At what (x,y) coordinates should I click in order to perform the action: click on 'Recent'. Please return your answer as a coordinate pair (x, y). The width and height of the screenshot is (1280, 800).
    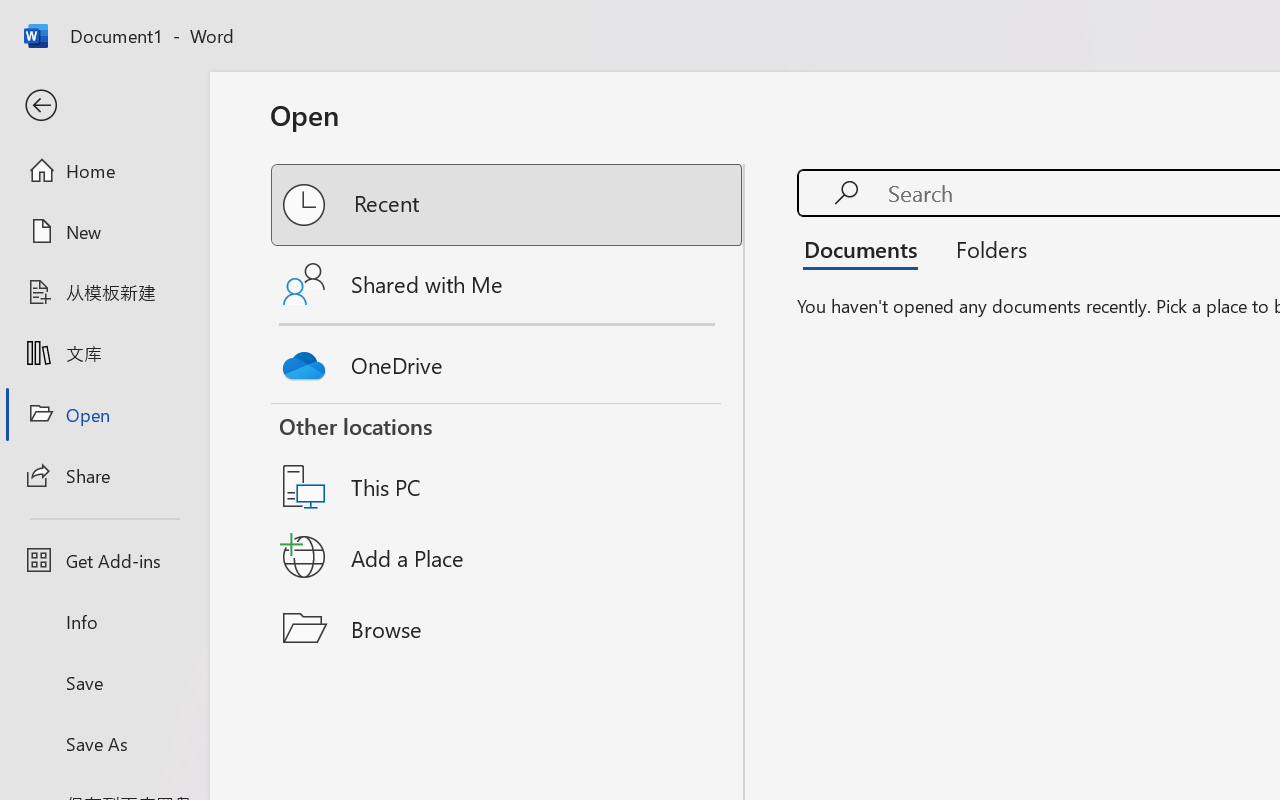
    Looking at the image, I should click on (508, 205).